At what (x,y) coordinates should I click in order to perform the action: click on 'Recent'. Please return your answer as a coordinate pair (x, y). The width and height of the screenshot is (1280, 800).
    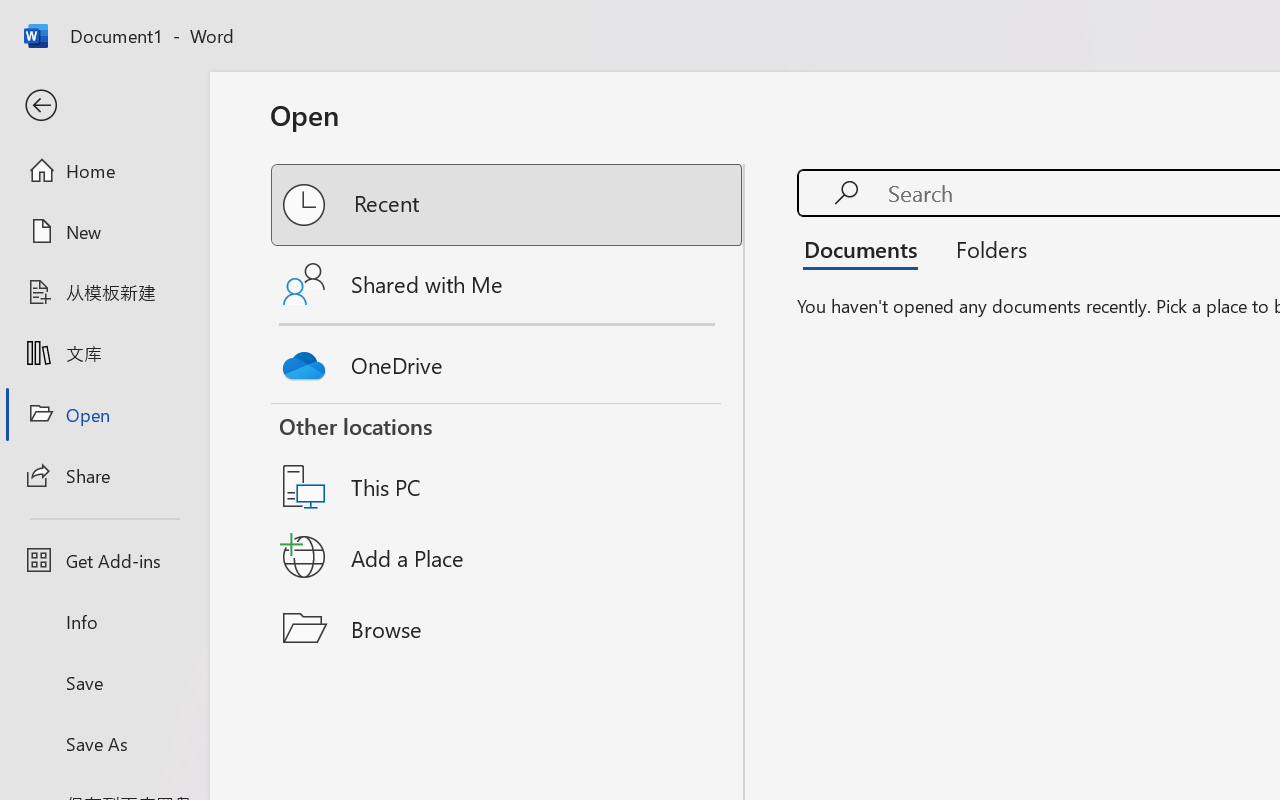
    Looking at the image, I should click on (508, 205).